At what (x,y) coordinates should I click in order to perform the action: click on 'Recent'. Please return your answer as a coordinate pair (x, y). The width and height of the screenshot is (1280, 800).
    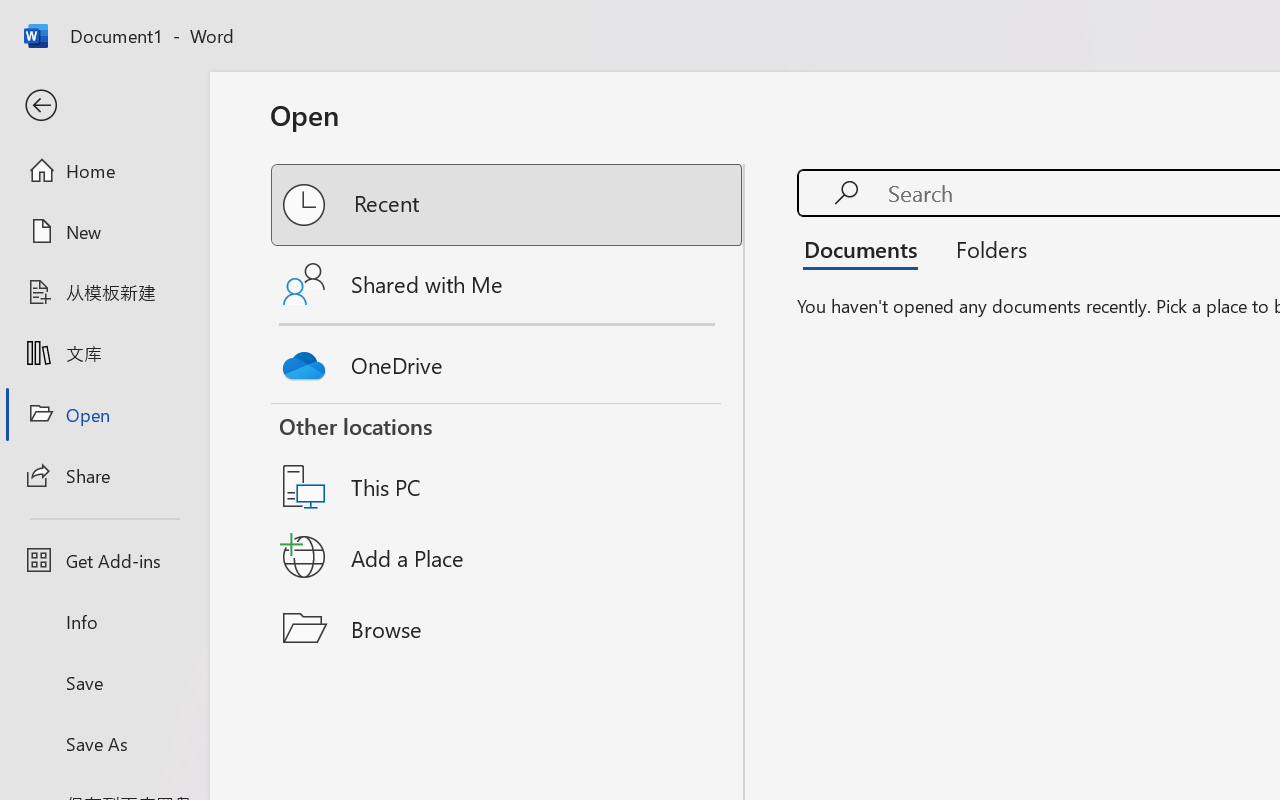
    Looking at the image, I should click on (508, 205).